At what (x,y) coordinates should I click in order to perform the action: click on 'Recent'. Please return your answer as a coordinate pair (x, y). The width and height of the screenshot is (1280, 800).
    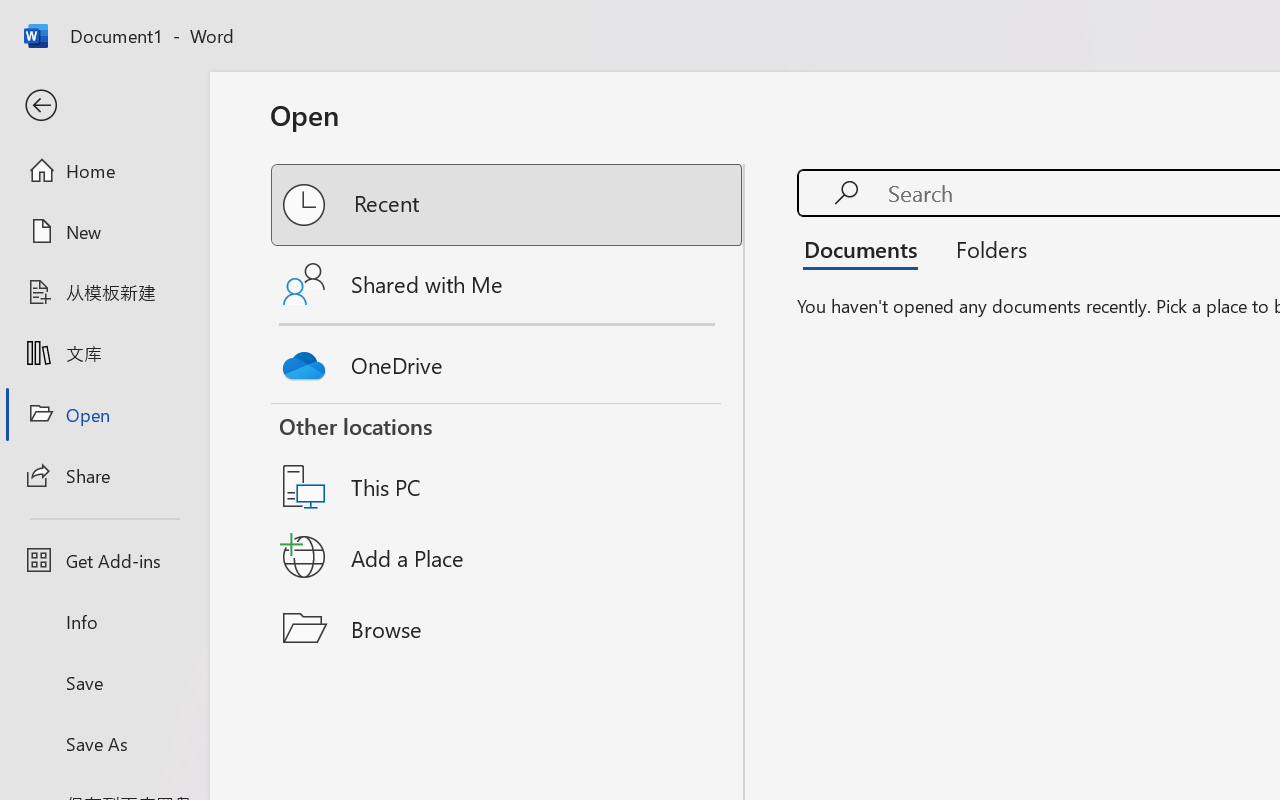
    Looking at the image, I should click on (508, 205).